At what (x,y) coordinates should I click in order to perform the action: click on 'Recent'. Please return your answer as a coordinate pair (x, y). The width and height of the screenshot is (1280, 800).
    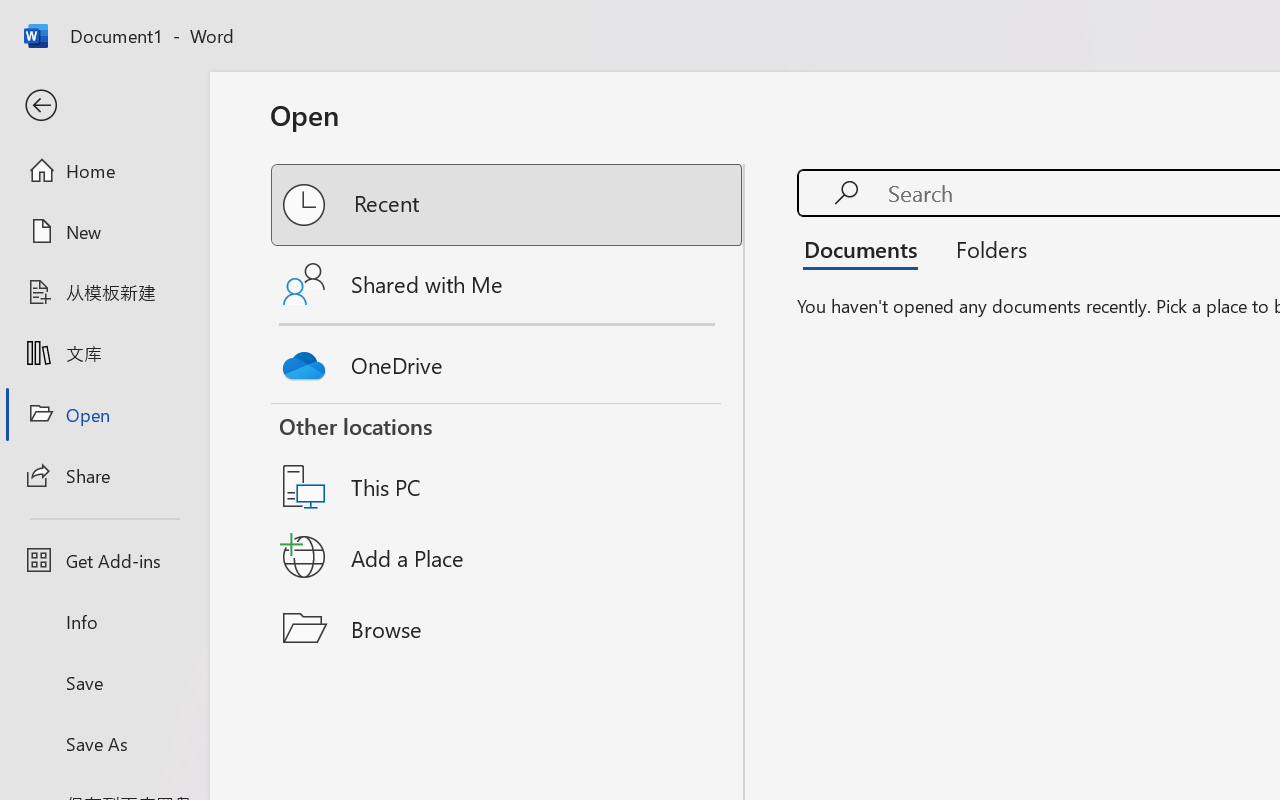
    Looking at the image, I should click on (508, 205).